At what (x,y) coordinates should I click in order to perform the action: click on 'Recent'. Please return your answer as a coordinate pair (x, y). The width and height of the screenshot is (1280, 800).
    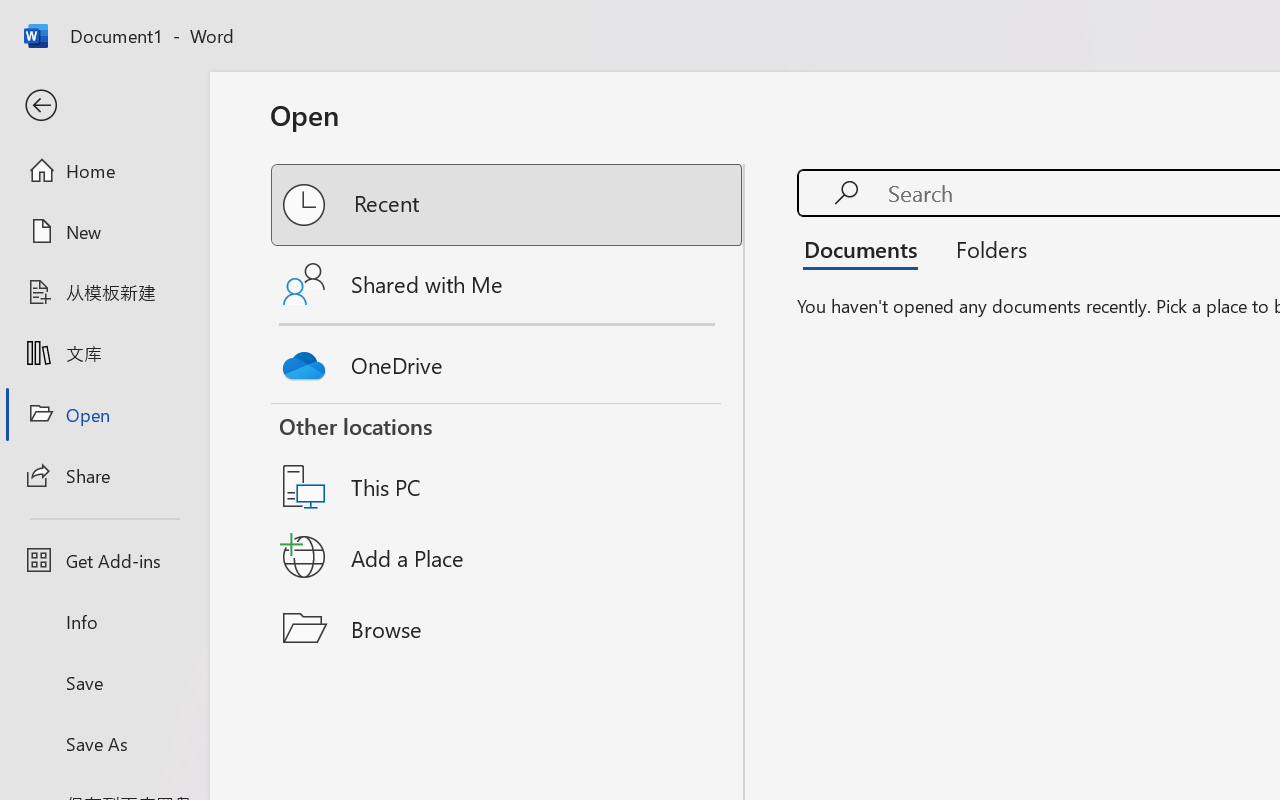
    Looking at the image, I should click on (508, 205).